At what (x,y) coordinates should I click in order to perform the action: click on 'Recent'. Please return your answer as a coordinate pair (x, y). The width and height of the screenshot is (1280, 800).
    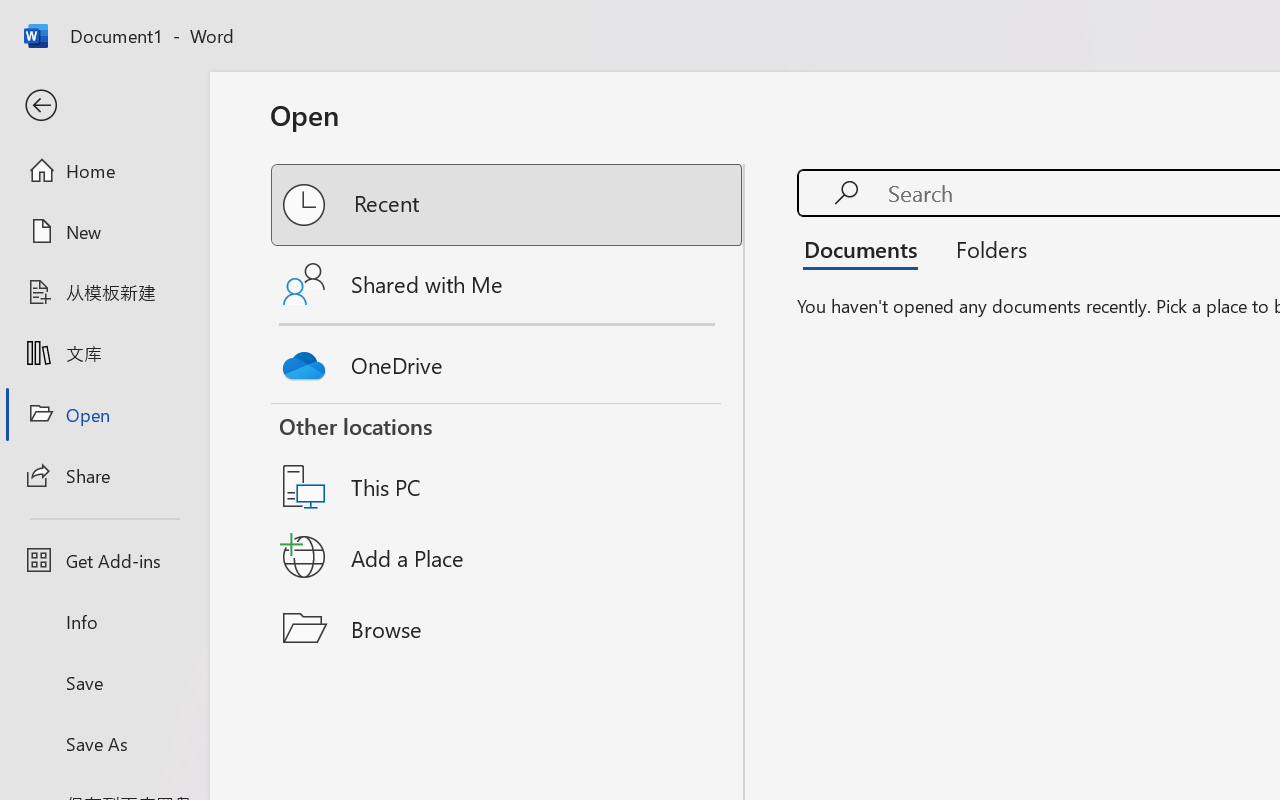
    Looking at the image, I should click on (508, 205).